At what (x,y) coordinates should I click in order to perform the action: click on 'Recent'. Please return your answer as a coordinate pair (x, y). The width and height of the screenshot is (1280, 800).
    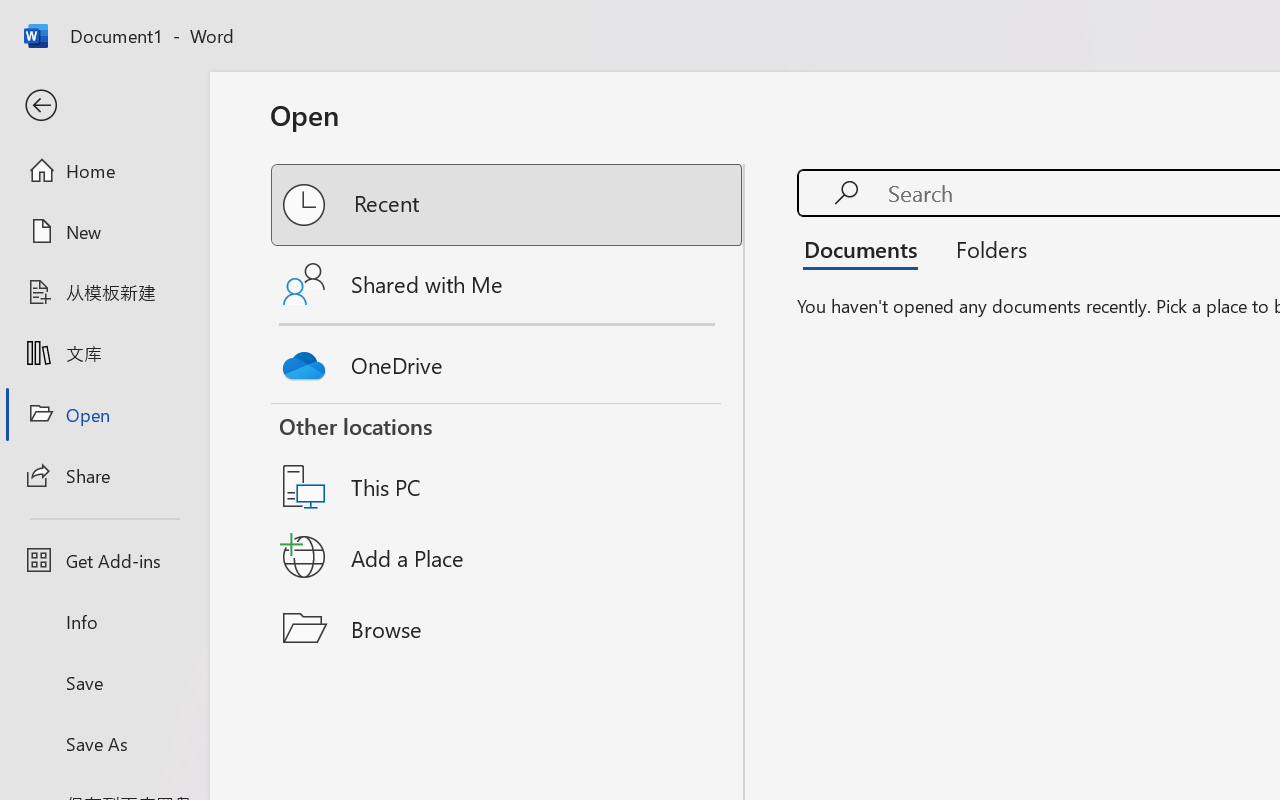
    Looking at the image, I should click on (508, 205).